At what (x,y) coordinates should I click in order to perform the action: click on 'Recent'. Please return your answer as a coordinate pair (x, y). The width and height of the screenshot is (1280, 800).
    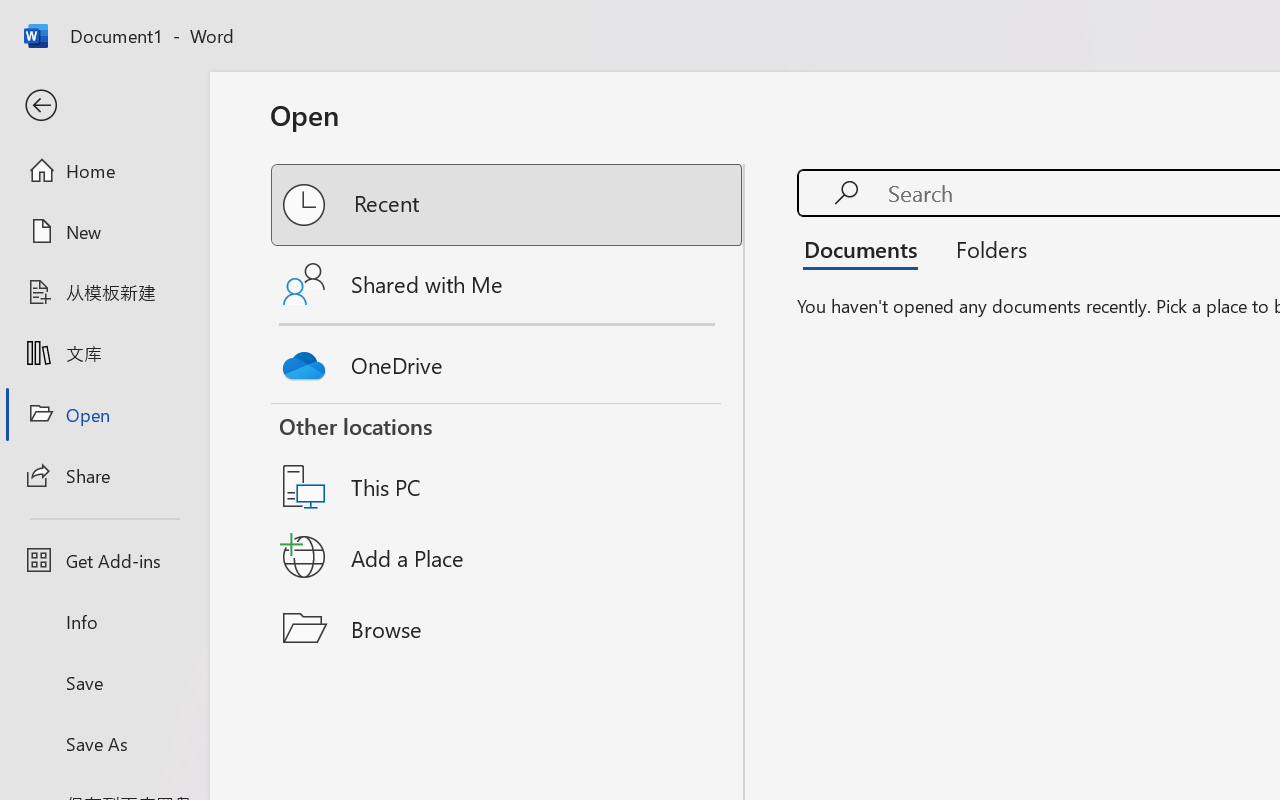
    Looking at the image, I should click on (508, 205).